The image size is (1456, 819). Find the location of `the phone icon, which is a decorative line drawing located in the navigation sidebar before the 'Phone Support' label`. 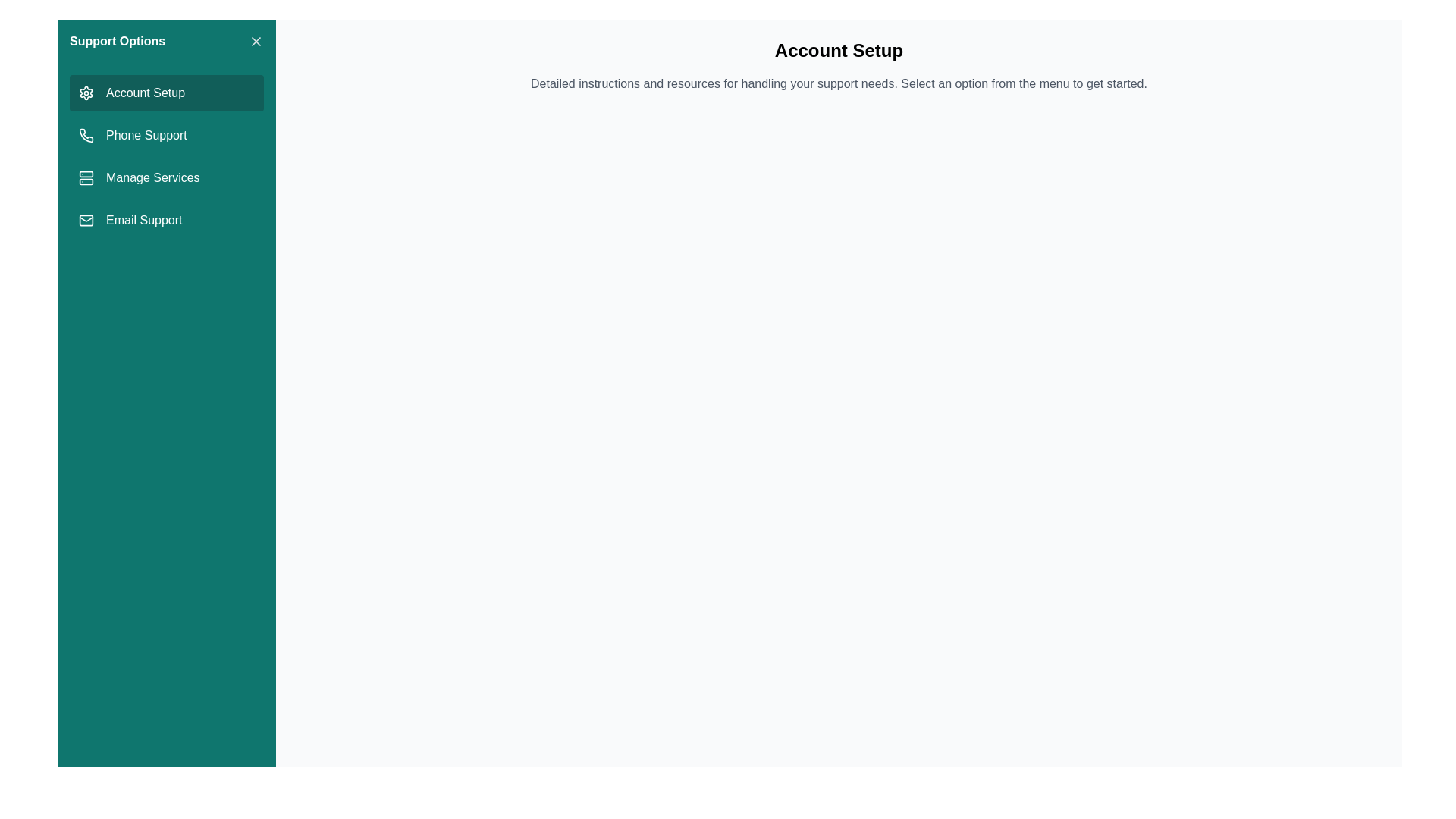

the phone icon, which is a decorative line drawing located in the navigation sidebar before the 'Phone Support' label is located at coordinates (86, 134).